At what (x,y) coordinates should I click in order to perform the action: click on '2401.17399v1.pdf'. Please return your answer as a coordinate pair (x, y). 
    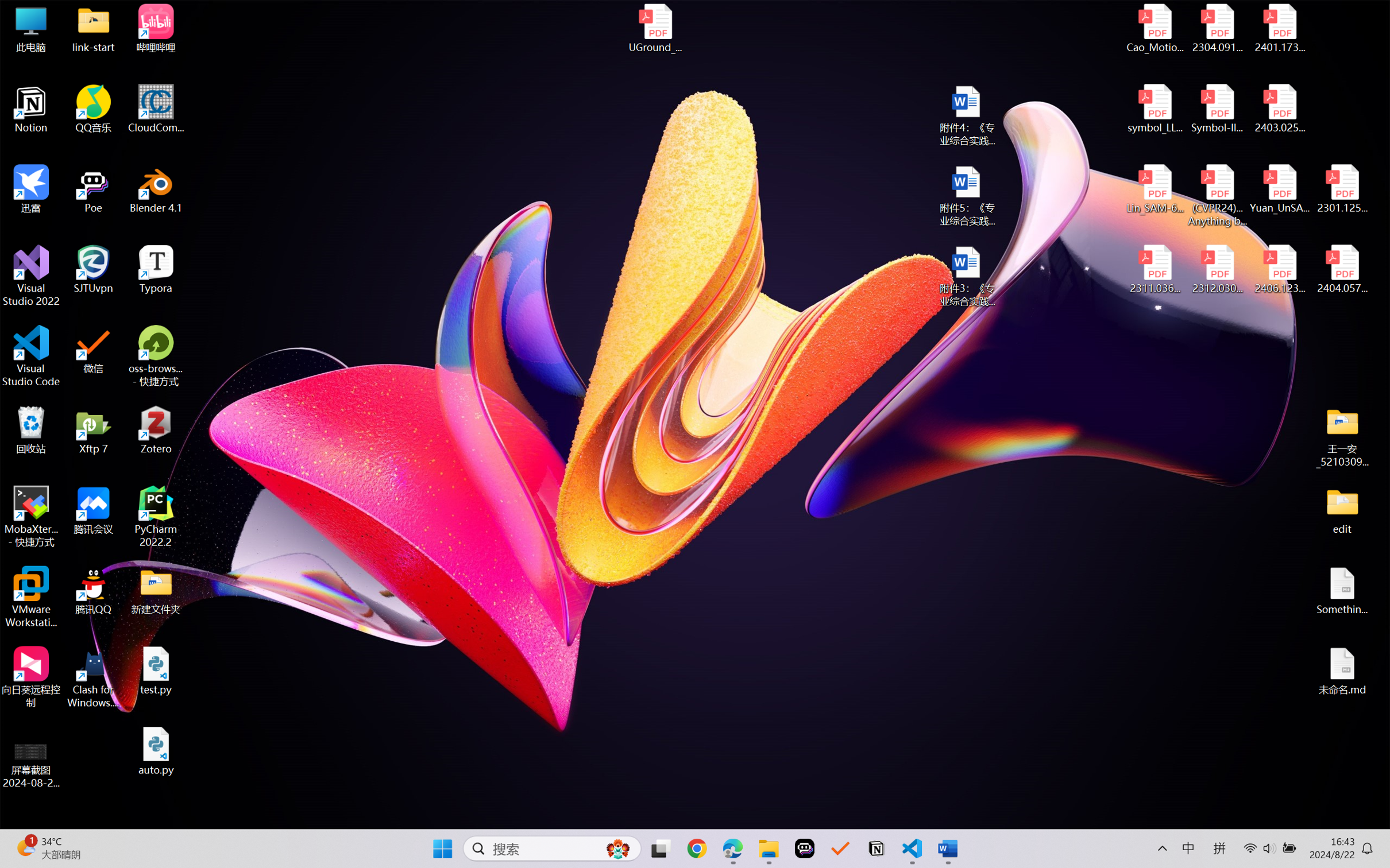
    Looking at the image, I should click on (1279, 28).